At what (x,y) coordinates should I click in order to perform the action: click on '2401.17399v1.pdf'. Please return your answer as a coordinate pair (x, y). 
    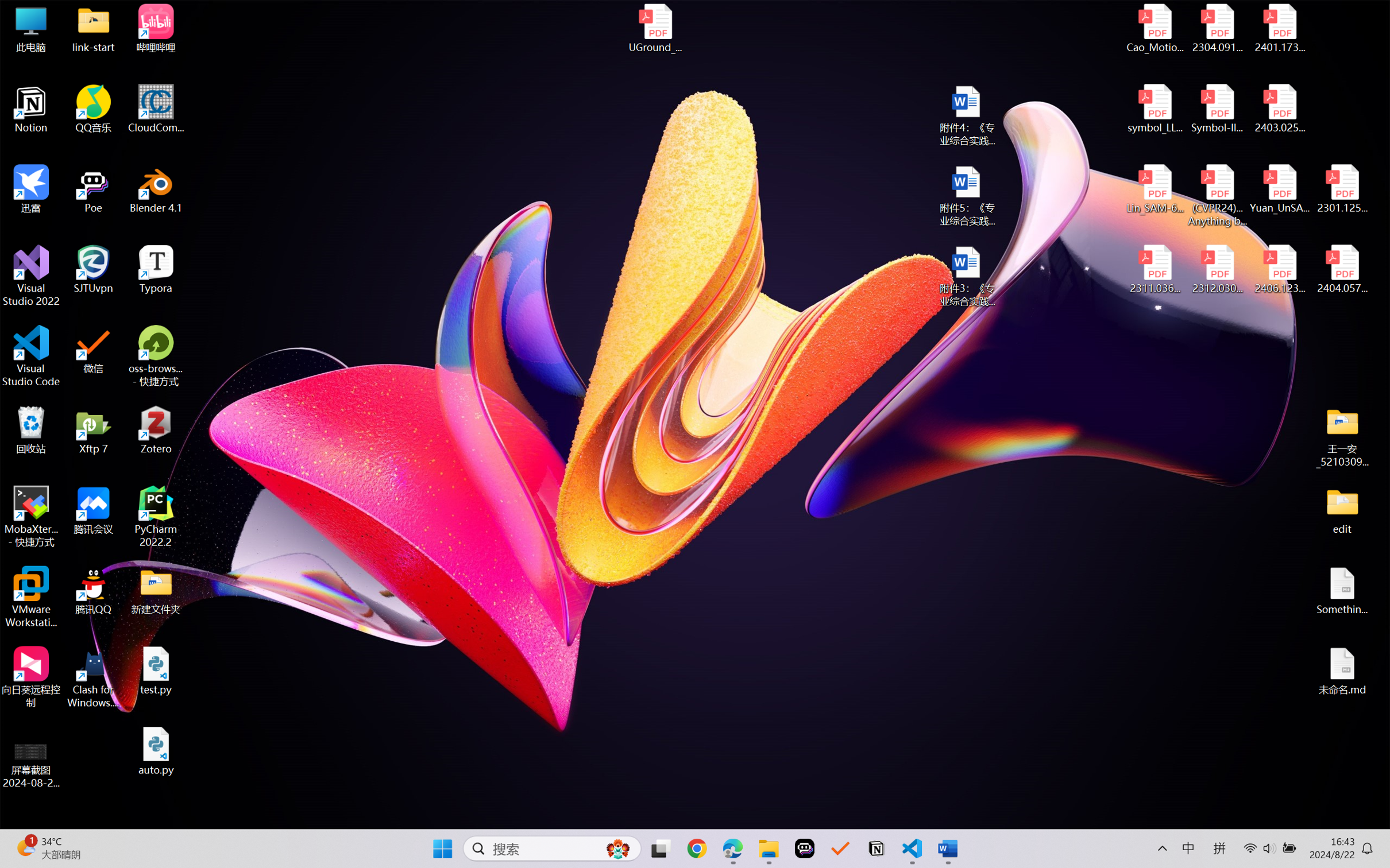
    Looking at the image, I should click on (1279, 28).